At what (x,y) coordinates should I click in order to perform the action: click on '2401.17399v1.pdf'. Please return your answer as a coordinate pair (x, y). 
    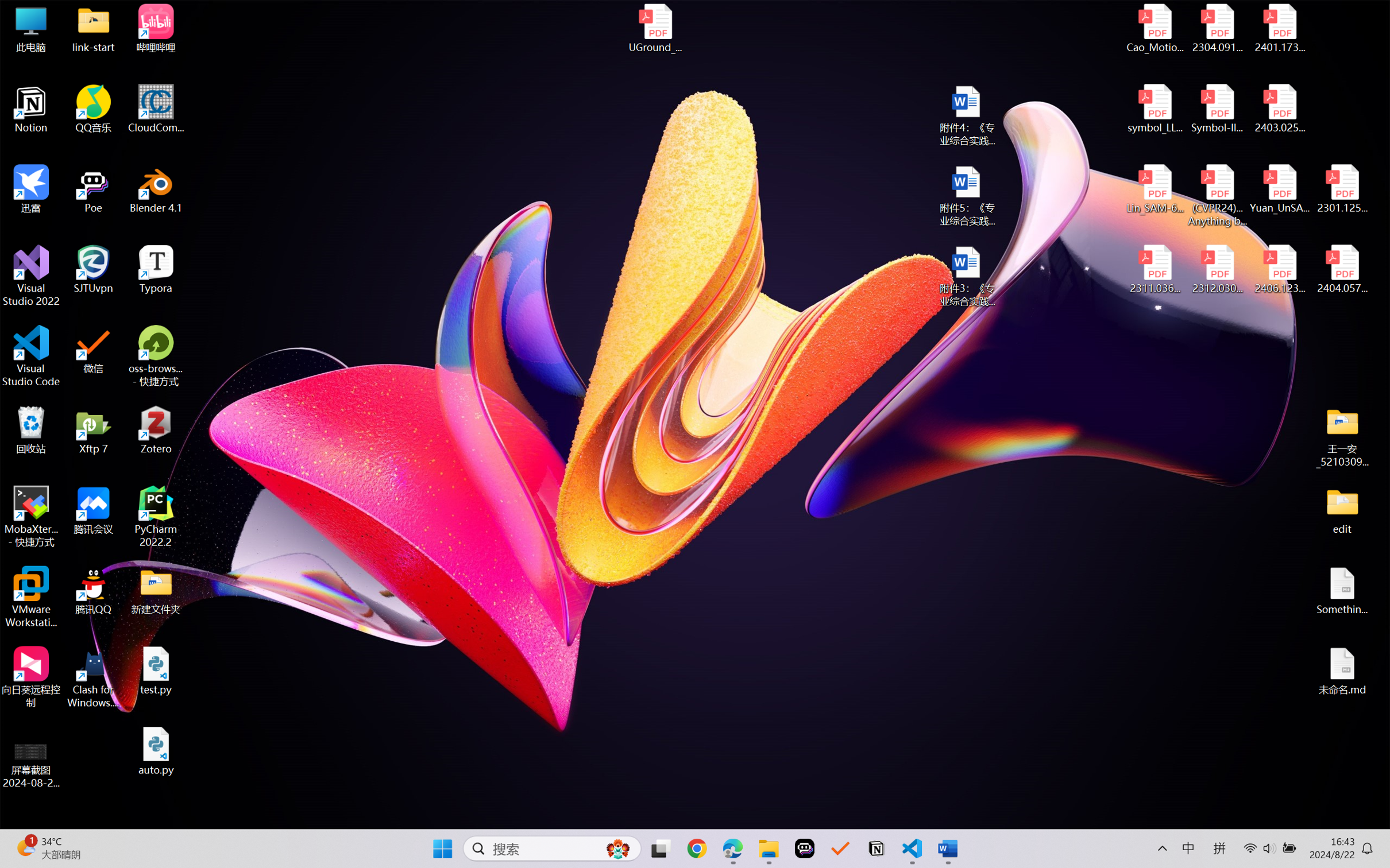
    Looking at the image, I should click on (1279, 28).